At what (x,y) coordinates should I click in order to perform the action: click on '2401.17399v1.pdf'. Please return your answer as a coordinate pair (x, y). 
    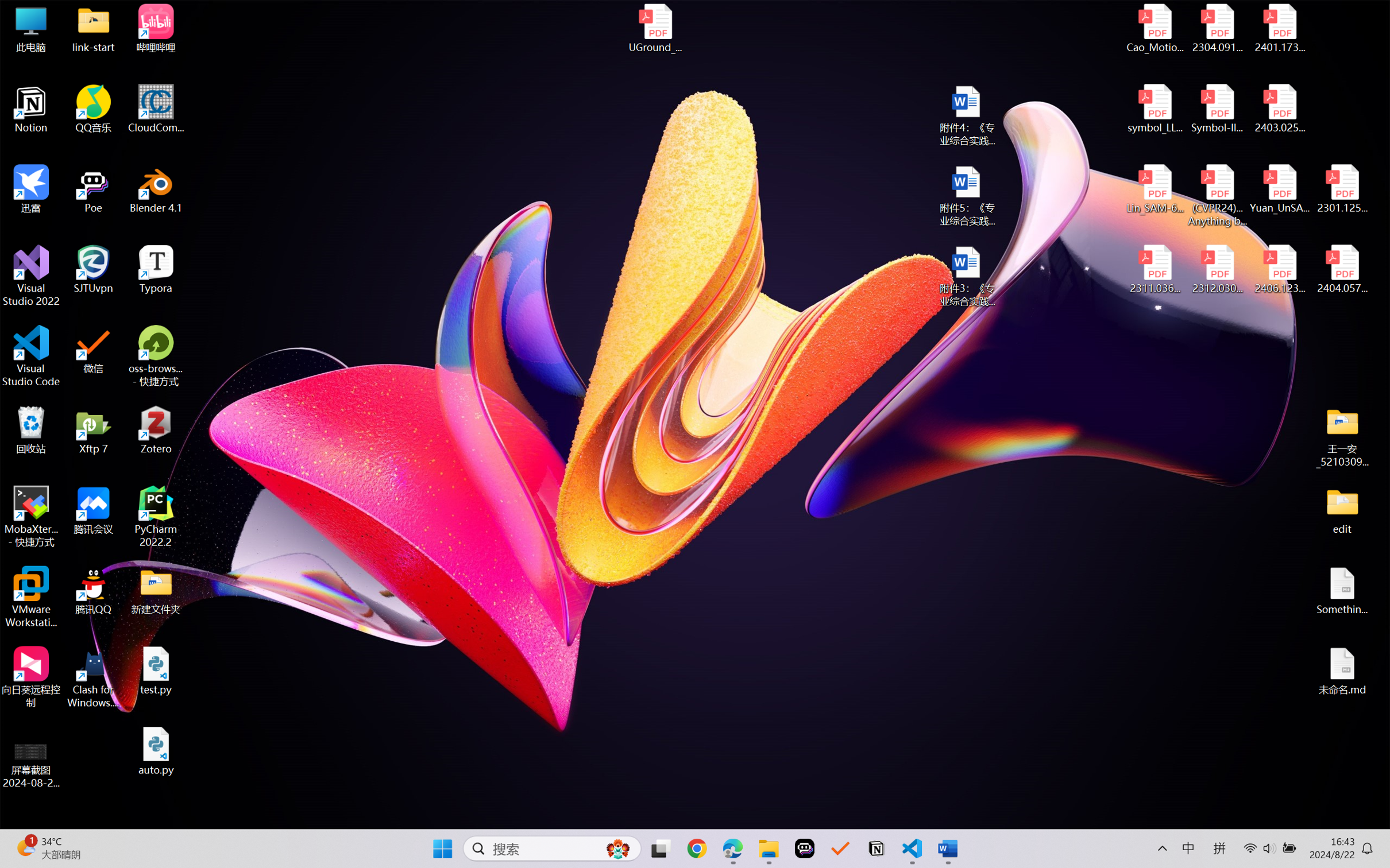
    Looking at the image, I should click on (1279, 28).